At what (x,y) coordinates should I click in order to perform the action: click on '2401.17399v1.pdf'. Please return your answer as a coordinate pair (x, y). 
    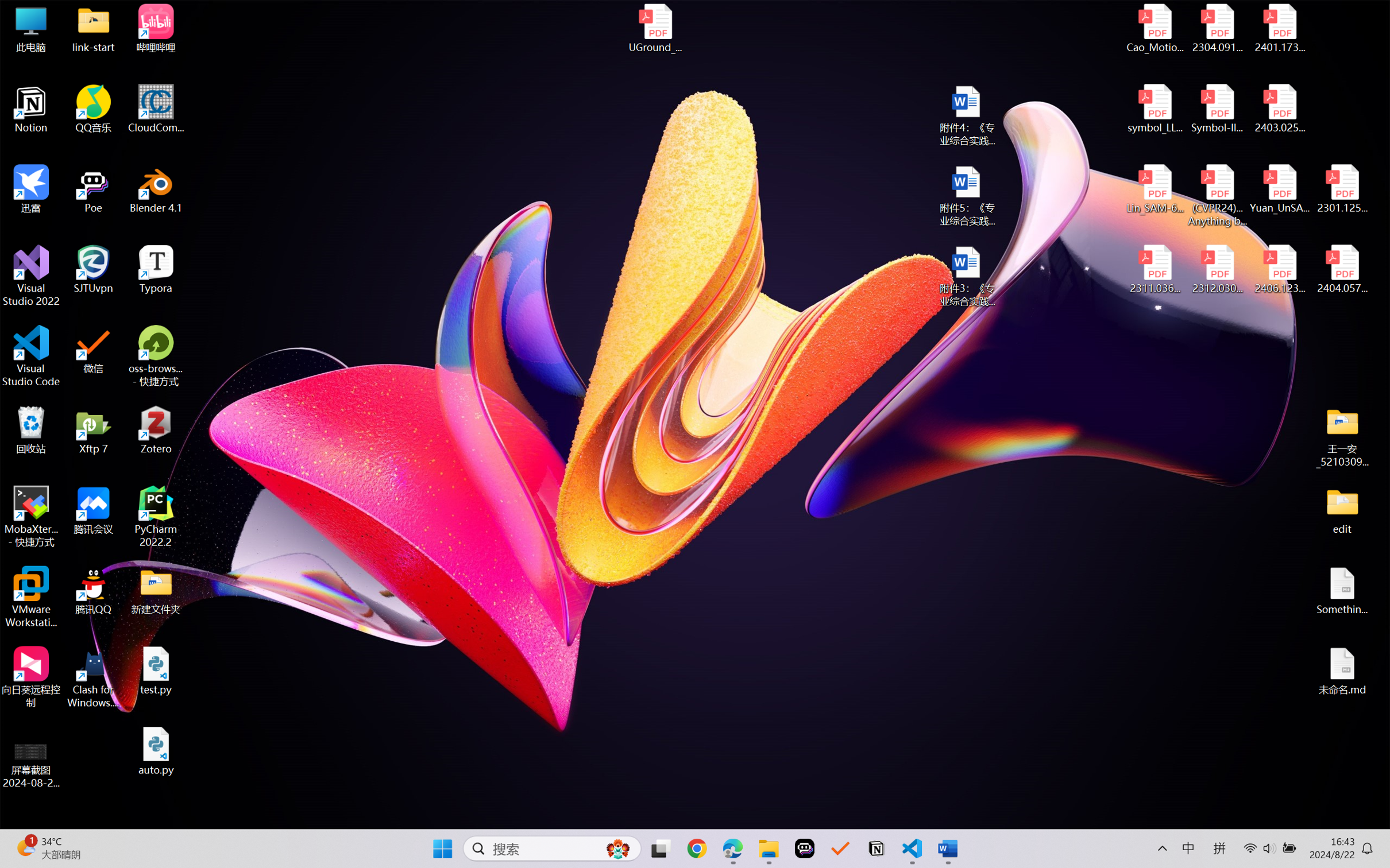
    Looking at the image, I should click on (1279, 28).